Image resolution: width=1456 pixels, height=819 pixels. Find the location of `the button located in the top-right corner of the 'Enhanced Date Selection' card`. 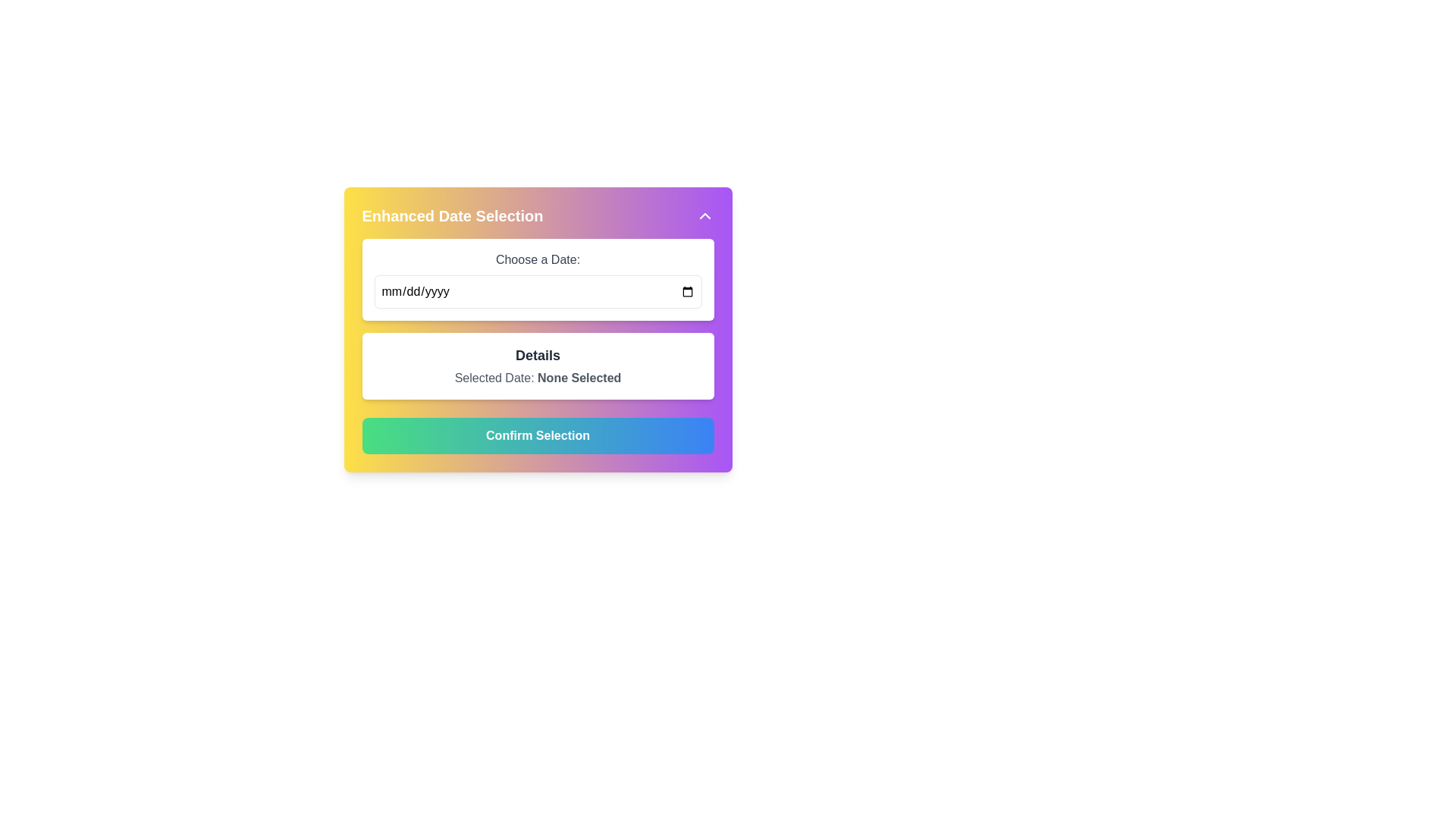

the button located in the top-right corner of the 'Enhanced Date Selection' card is located at coordinates (704, 216).